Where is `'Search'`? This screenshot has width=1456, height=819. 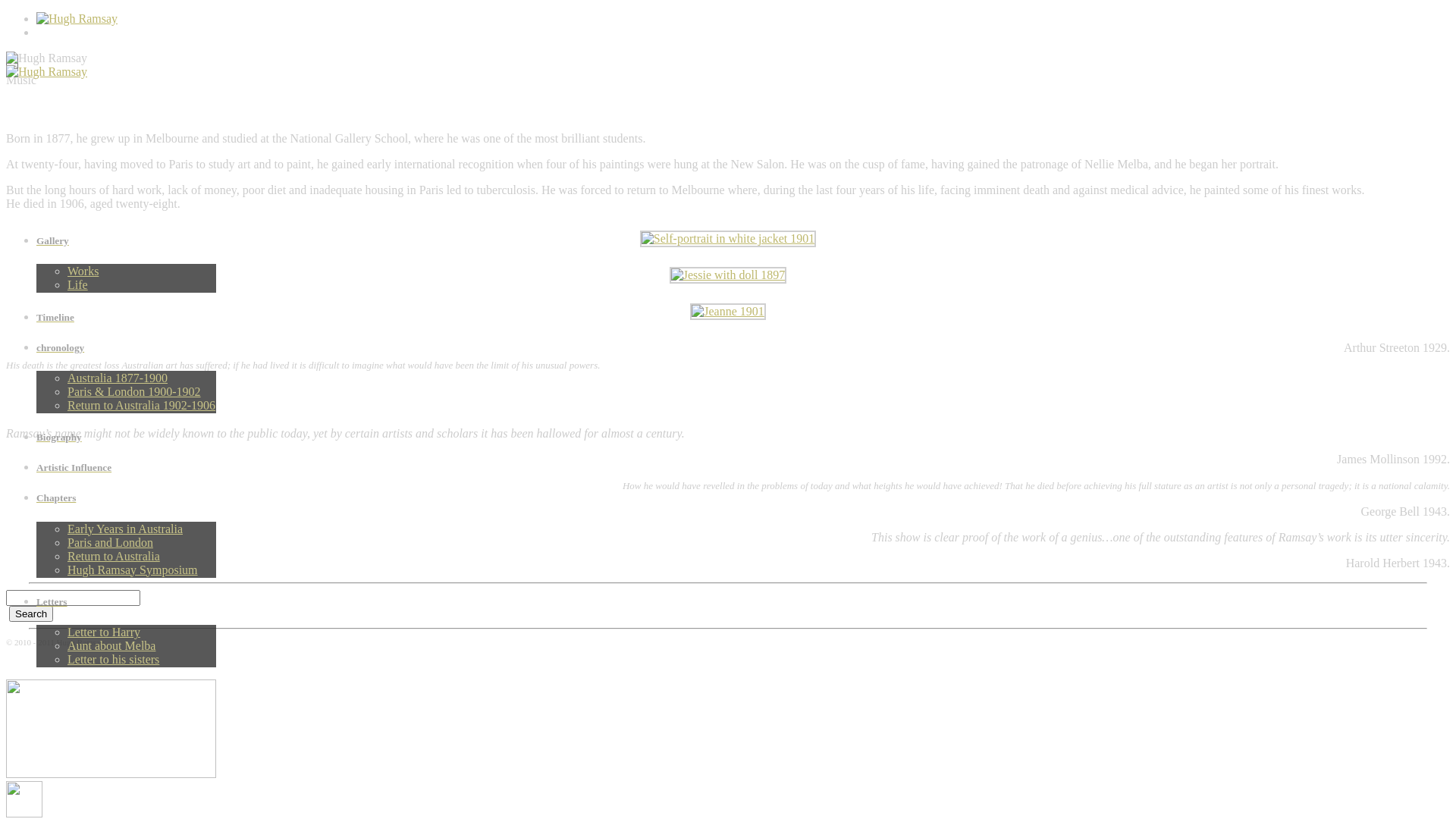
'Search' is located at coordinates (9, 613).